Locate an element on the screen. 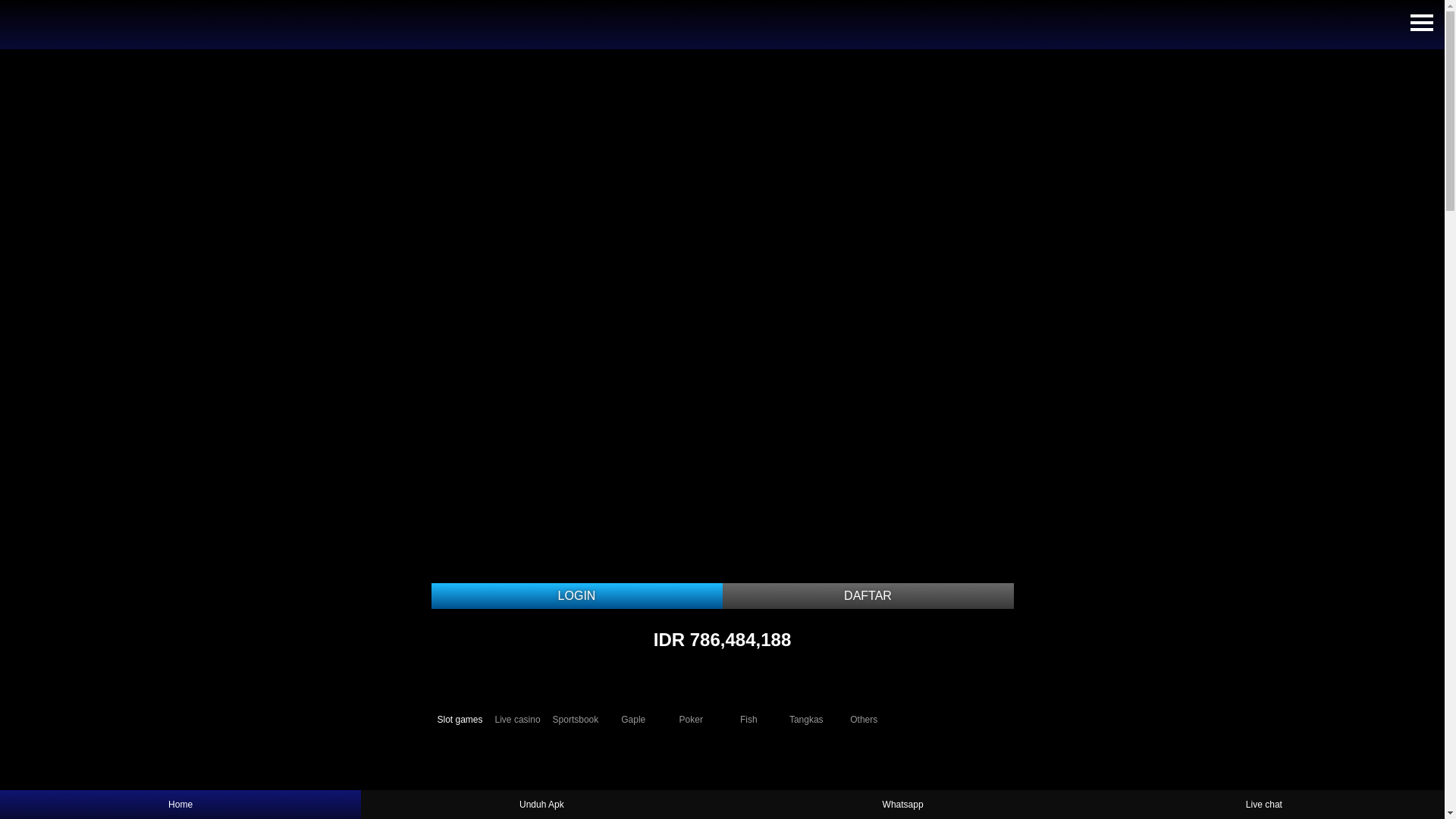  'LOGIN' is located at coordinates (575, 595).